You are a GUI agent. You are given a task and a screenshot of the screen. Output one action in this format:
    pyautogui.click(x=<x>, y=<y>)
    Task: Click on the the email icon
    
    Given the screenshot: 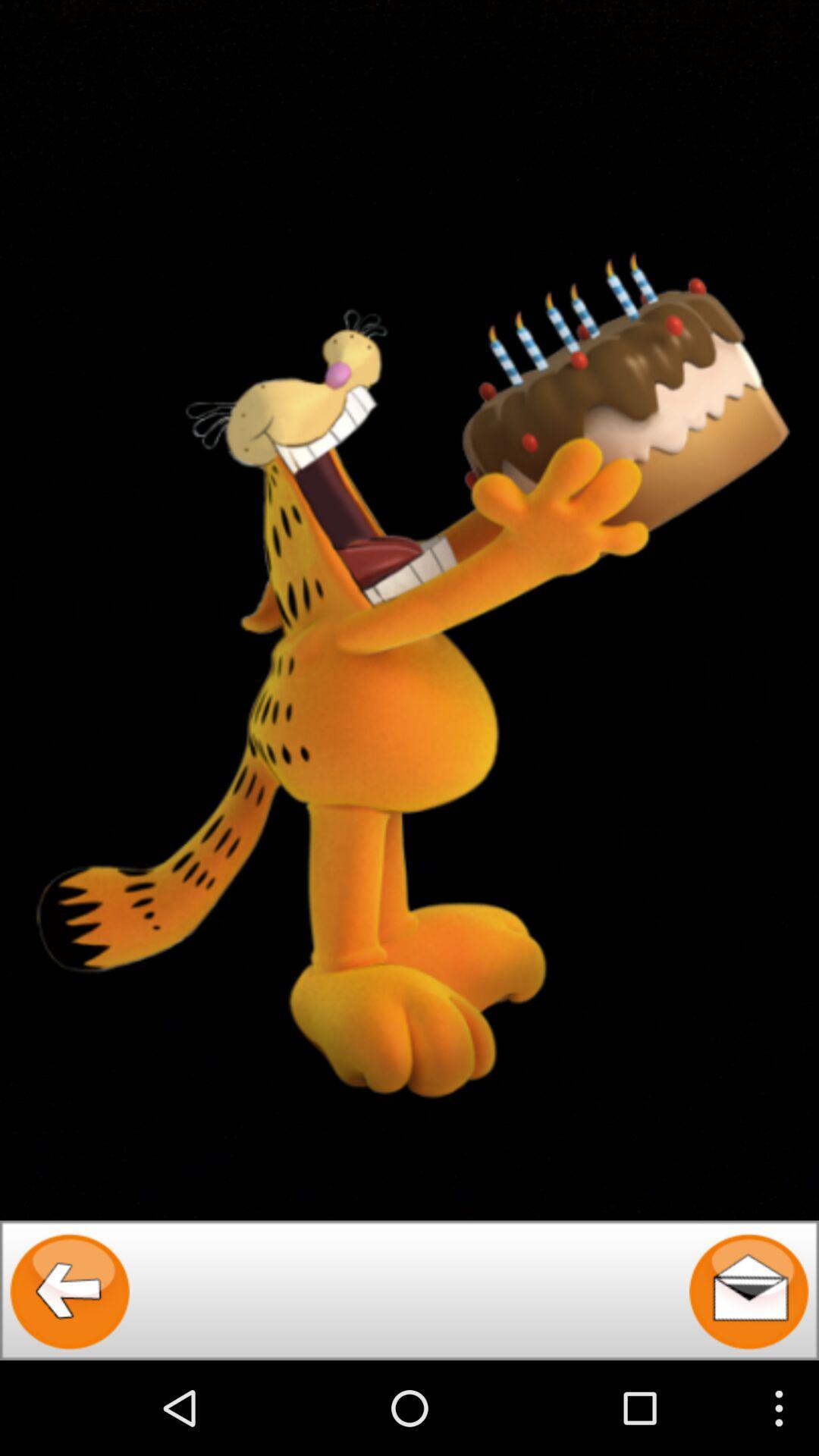 What is the action you would take?
    pyautogui.click(x=748, y=1381)
    